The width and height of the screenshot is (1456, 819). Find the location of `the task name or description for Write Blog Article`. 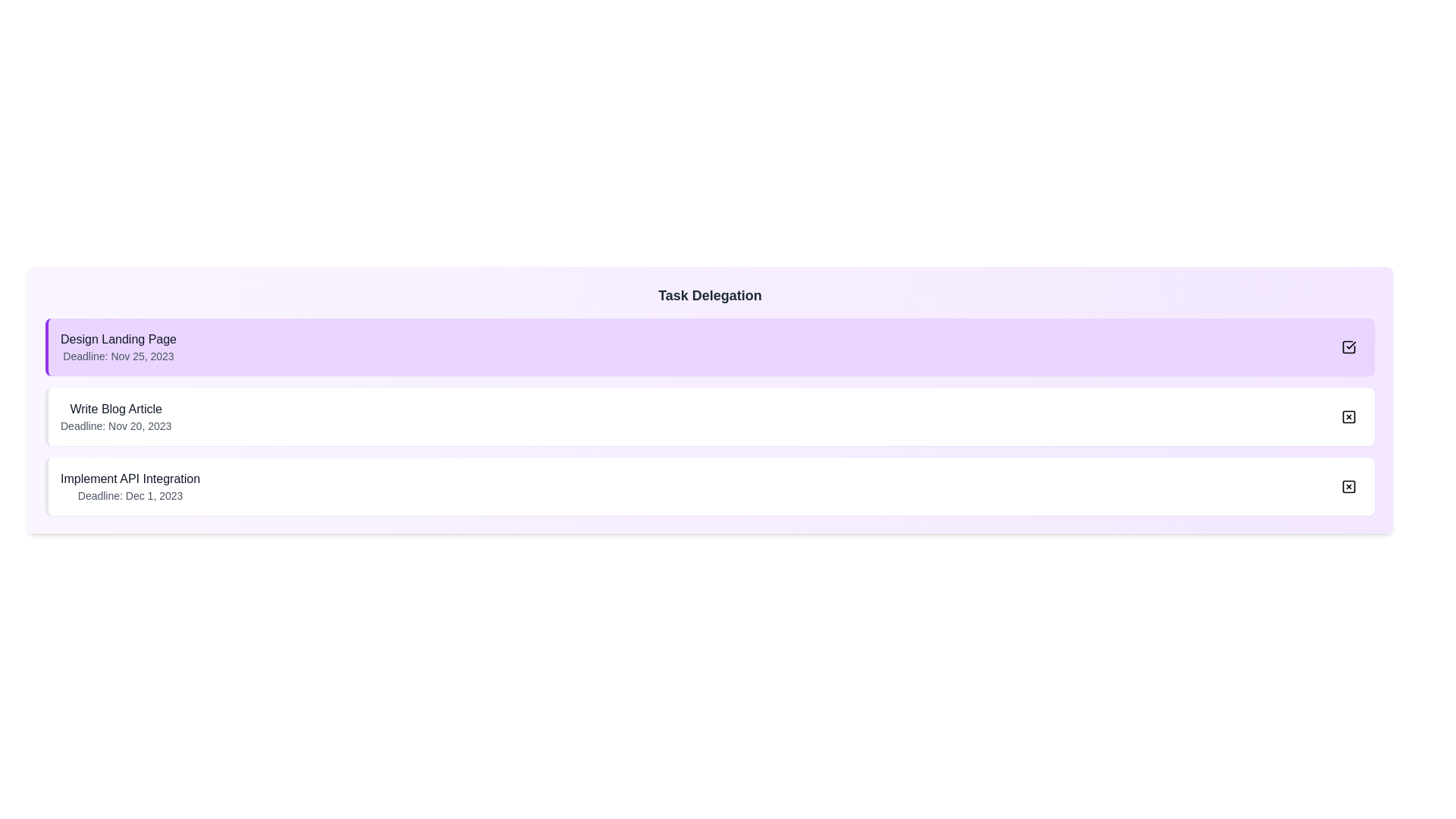

the task name or description for Write Blog Article is located at coordinates (115, 417).